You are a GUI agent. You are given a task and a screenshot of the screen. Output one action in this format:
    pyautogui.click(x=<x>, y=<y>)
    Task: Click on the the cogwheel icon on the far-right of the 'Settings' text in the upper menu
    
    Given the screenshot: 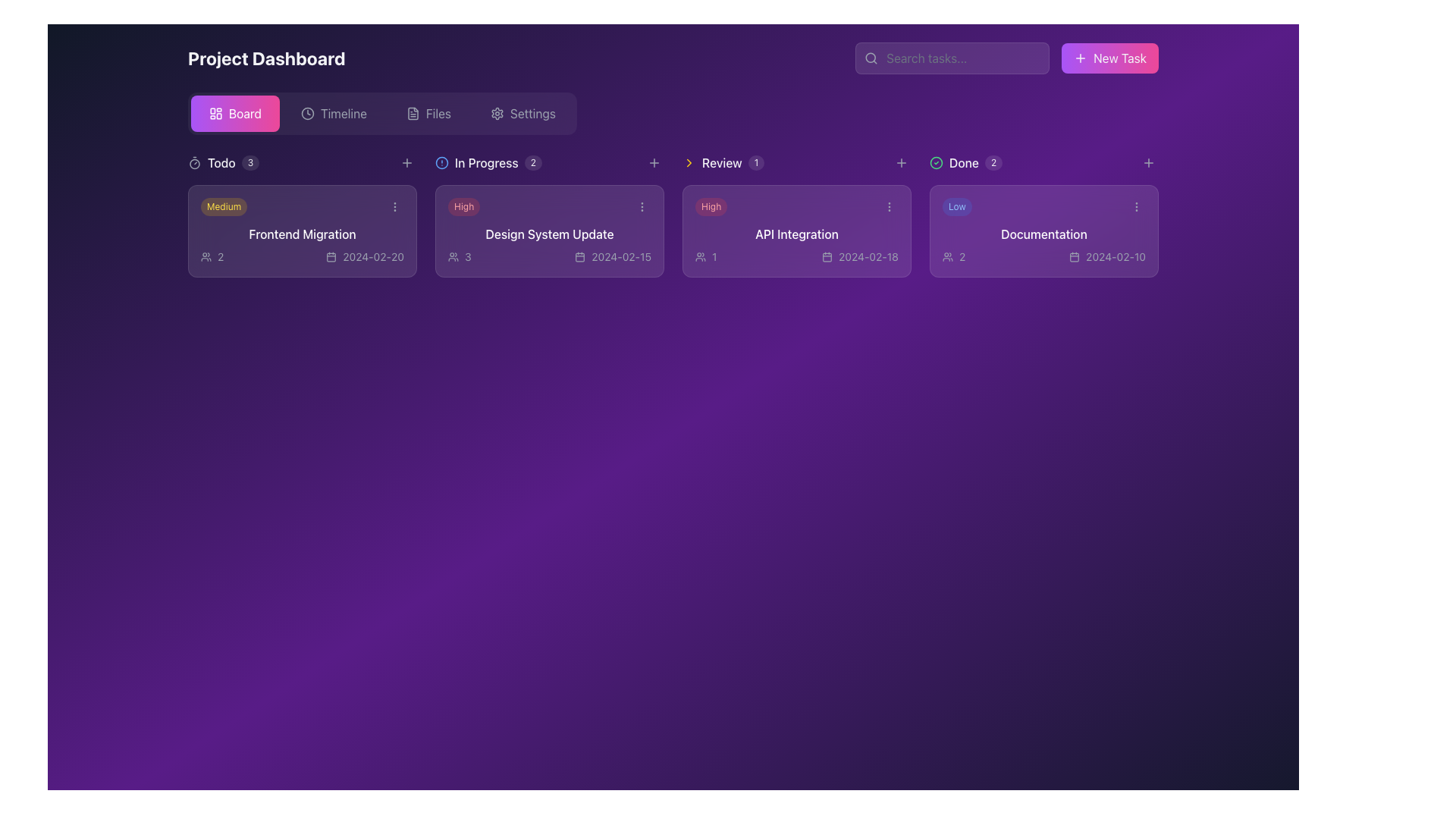 What is the action you would take?
    pyautogui.click(x=497, y=113)
    